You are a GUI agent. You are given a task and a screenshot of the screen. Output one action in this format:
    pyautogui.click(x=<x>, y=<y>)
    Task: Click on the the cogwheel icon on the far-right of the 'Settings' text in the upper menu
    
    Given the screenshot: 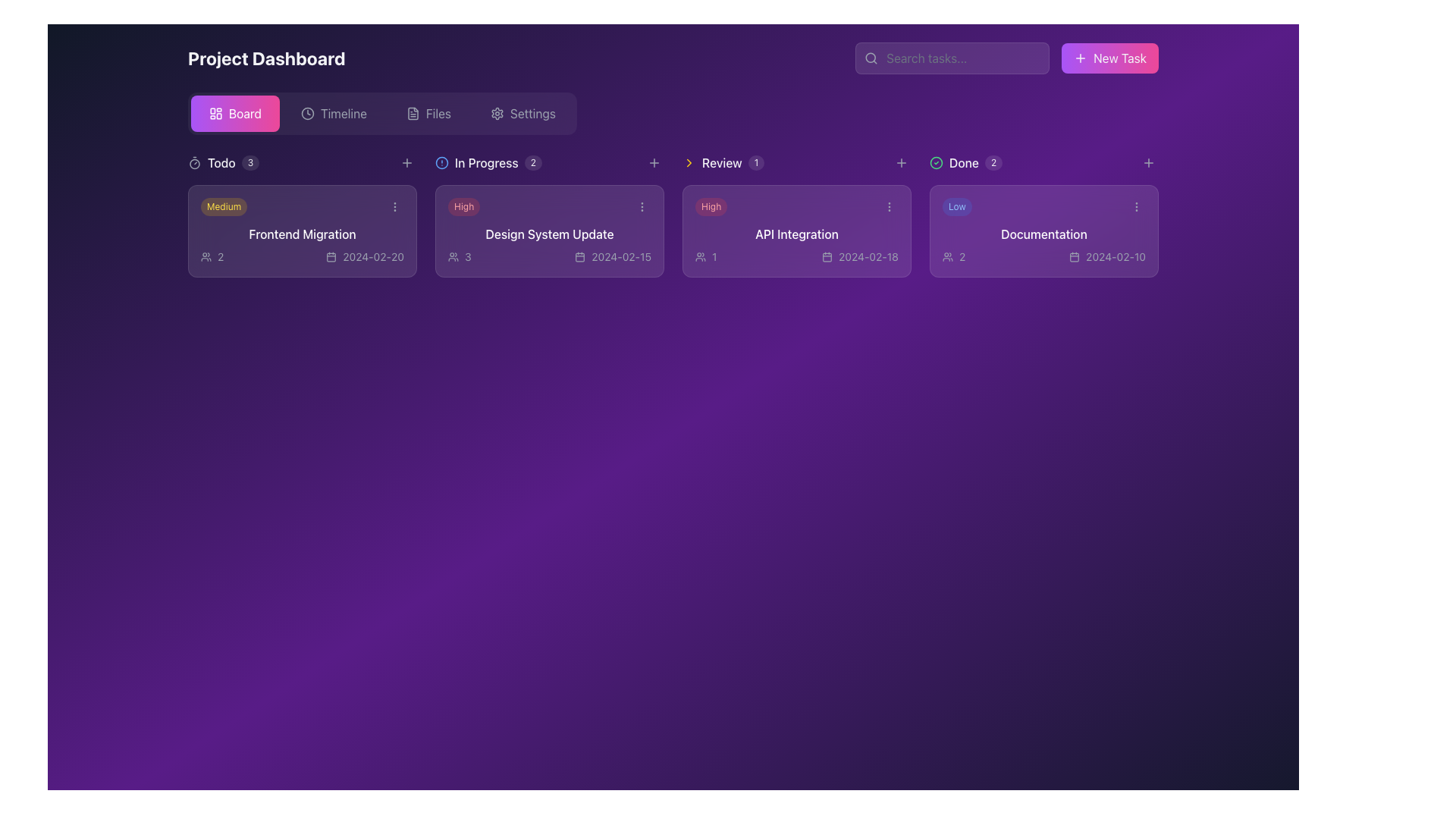 What is the action you would take?
    pyautogui.click(x=497, y=113)
    